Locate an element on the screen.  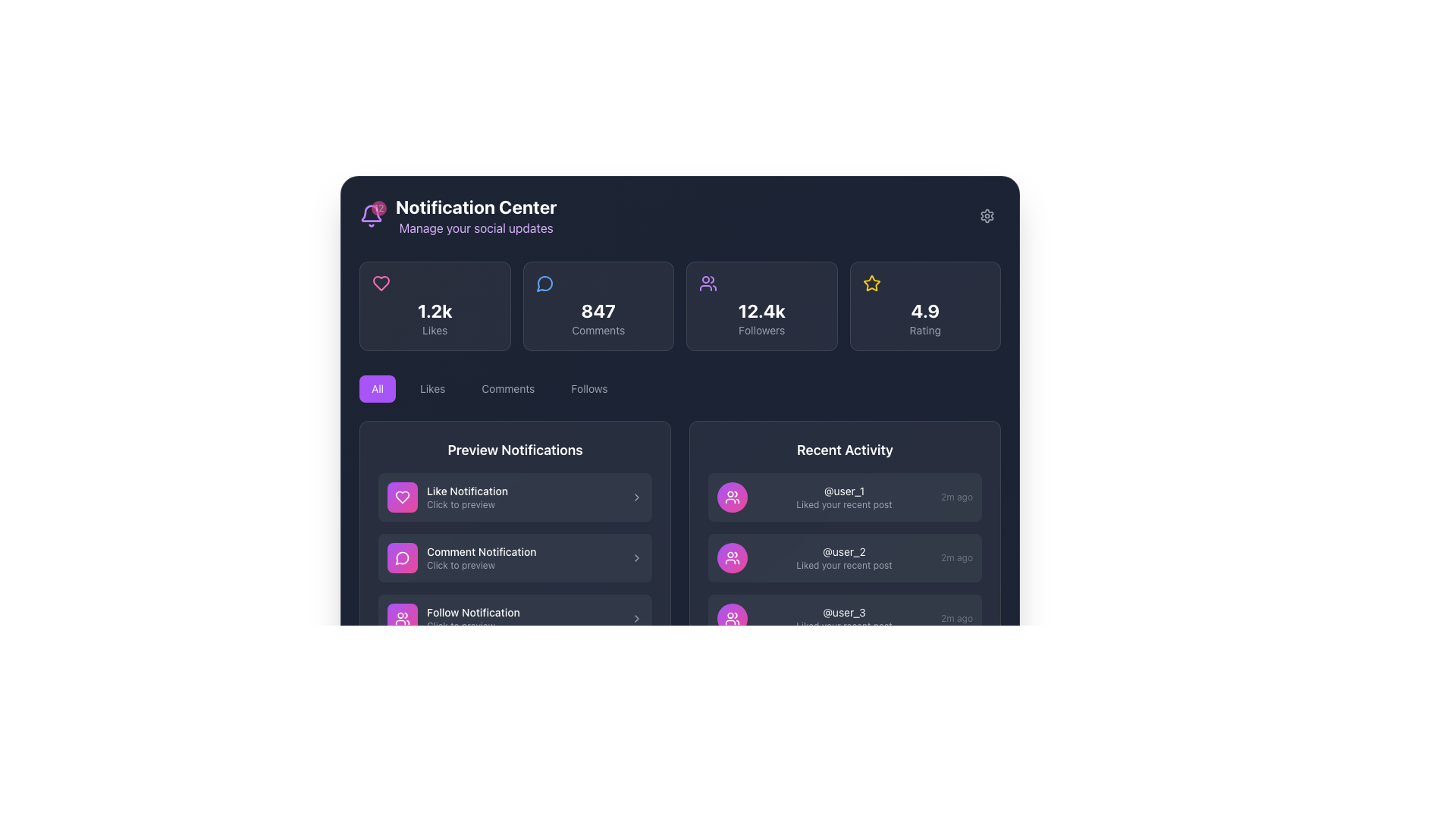
the 'Notification Center' text display element, which features a bold white header and a smaller purple subtitle, located in the top-left section of the interface is located at coordinates (475, 216).